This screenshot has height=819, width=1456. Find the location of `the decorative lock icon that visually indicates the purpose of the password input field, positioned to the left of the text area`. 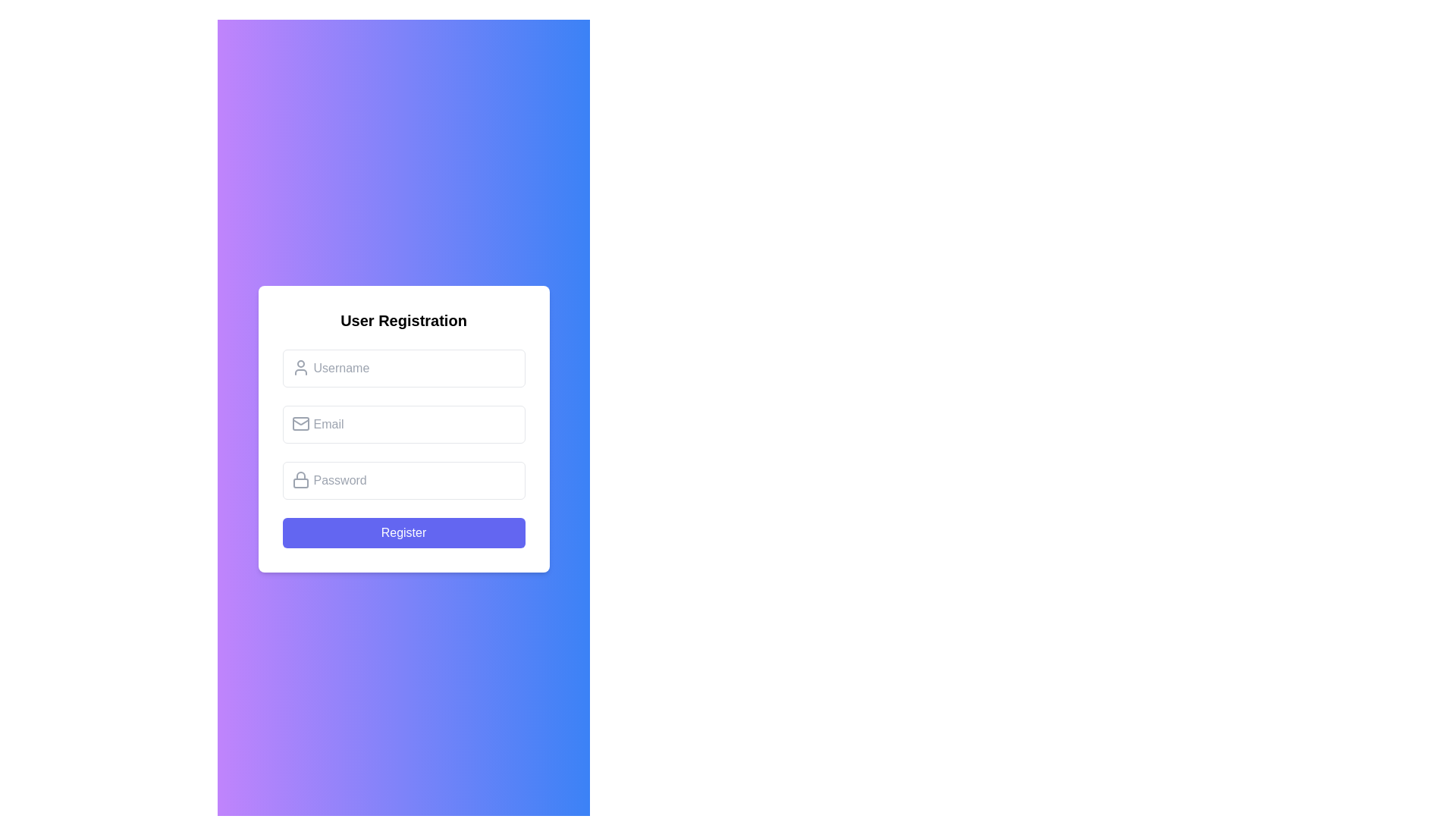

the decorative lock icon that visually indicates the purpose of the password input field, positioned to the left of the text area is located at coordinates (300, 479).